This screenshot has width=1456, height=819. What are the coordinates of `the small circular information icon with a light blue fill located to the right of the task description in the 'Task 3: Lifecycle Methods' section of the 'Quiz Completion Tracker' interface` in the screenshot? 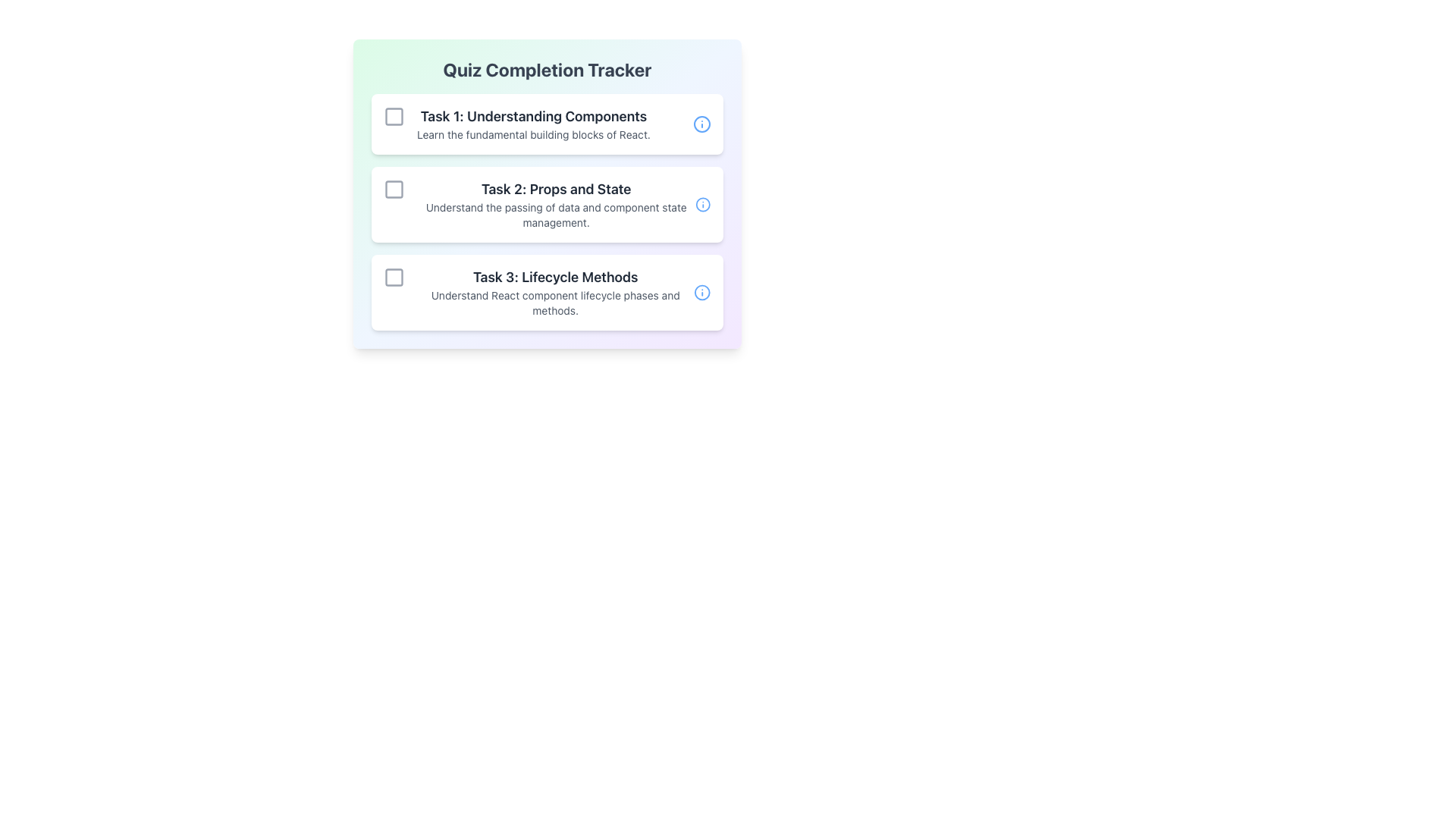 It's located at (701, 292).